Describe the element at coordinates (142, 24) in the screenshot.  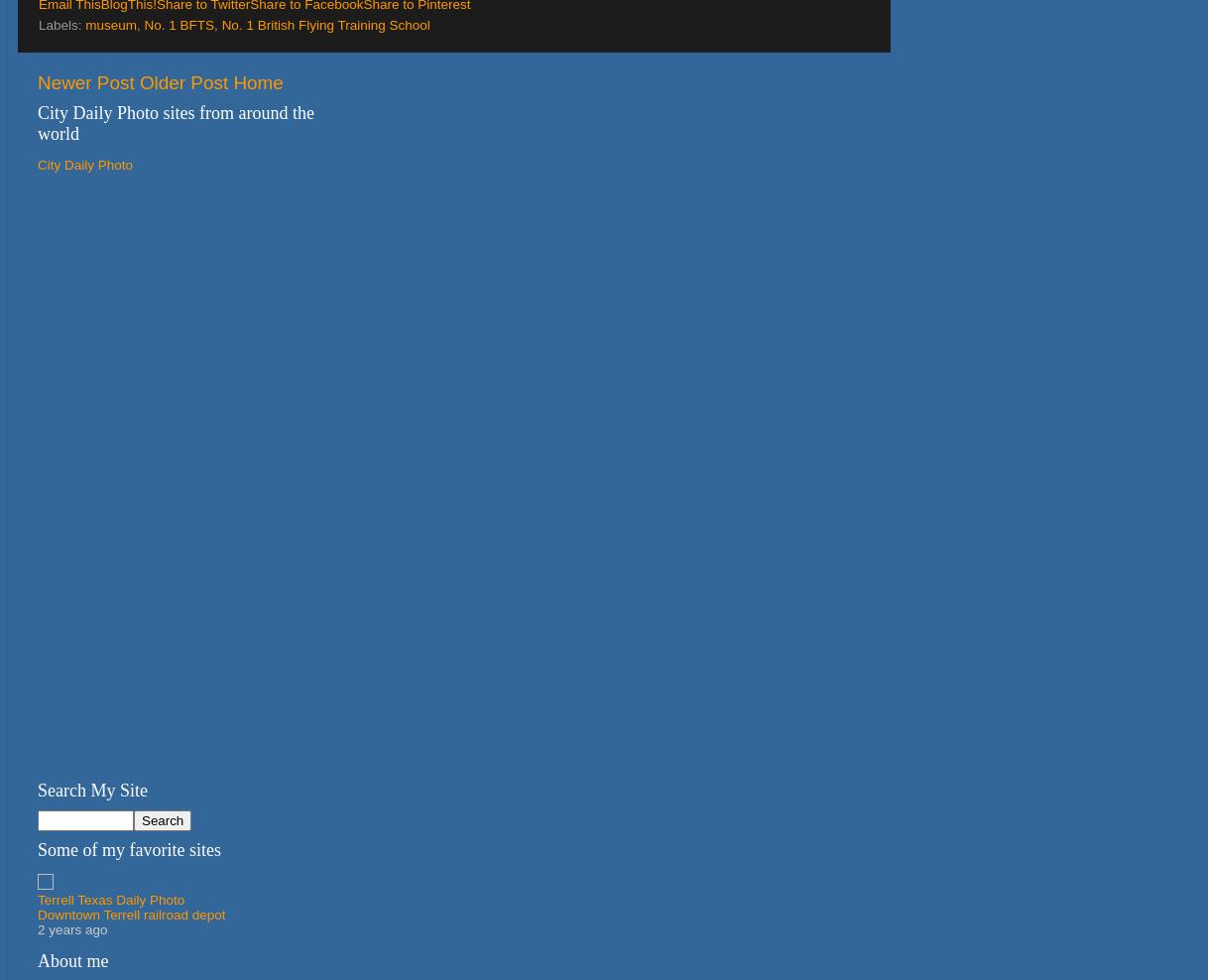
I see `'No. 1 BFTS'` at that location.